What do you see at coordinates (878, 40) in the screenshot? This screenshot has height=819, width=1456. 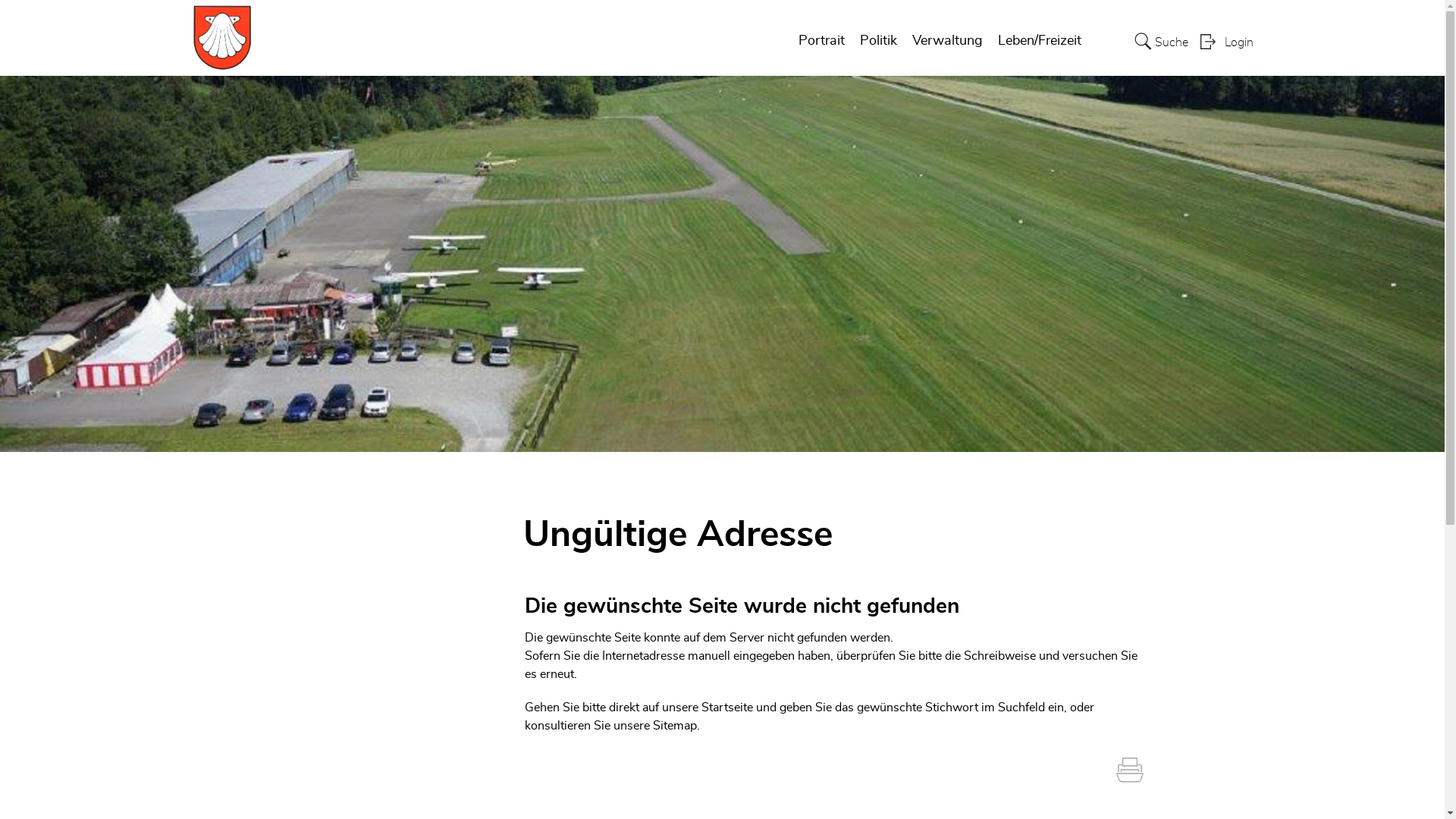 I see `'Politik'` at bounding box center [878, 40].